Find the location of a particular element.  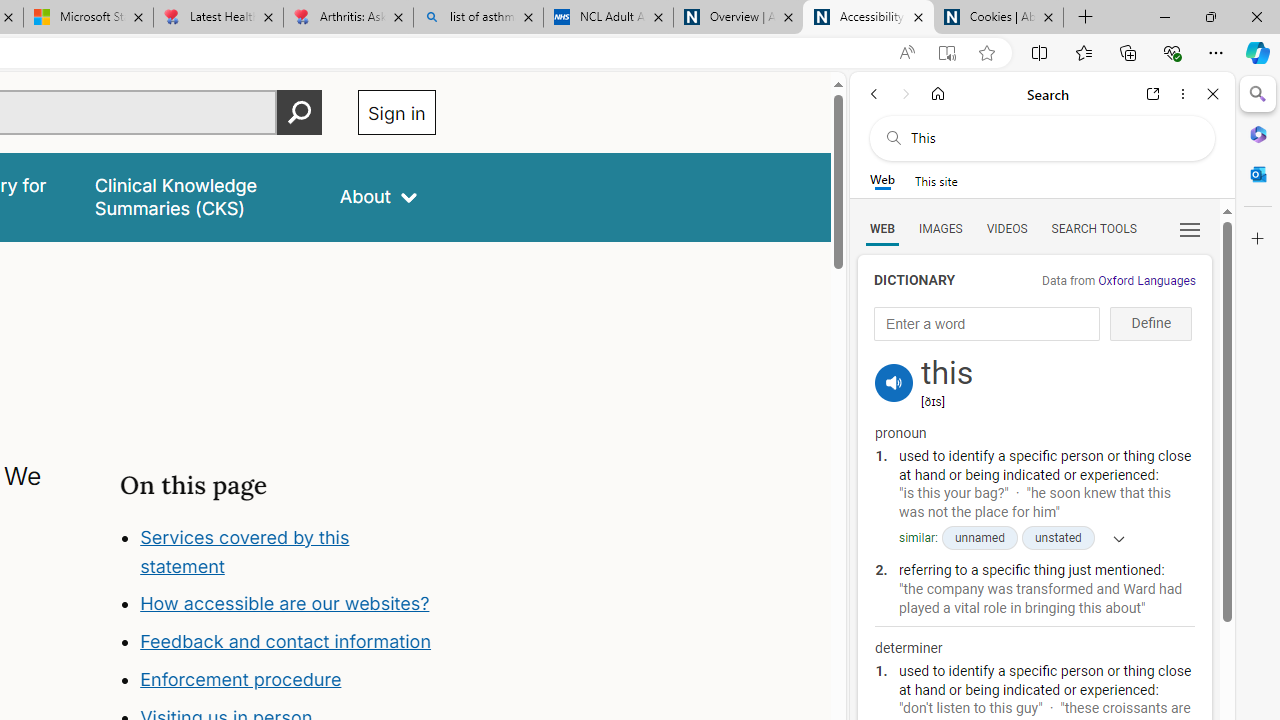

'pronounce' is located at coordinates (893, 383).